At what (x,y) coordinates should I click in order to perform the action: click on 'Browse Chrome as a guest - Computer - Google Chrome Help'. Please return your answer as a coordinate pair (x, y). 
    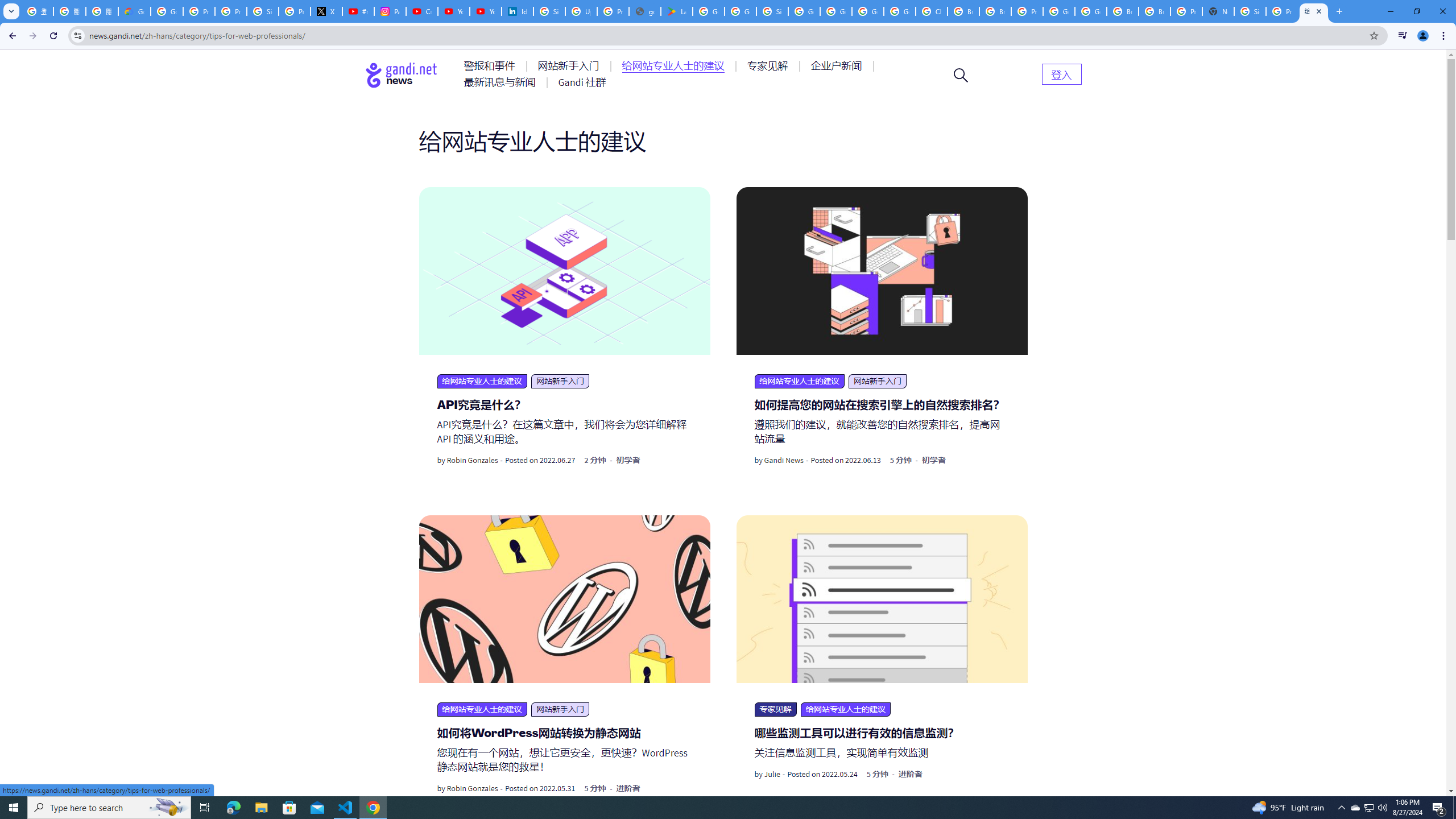
    Looking at the image, I should click on (1123, 11).